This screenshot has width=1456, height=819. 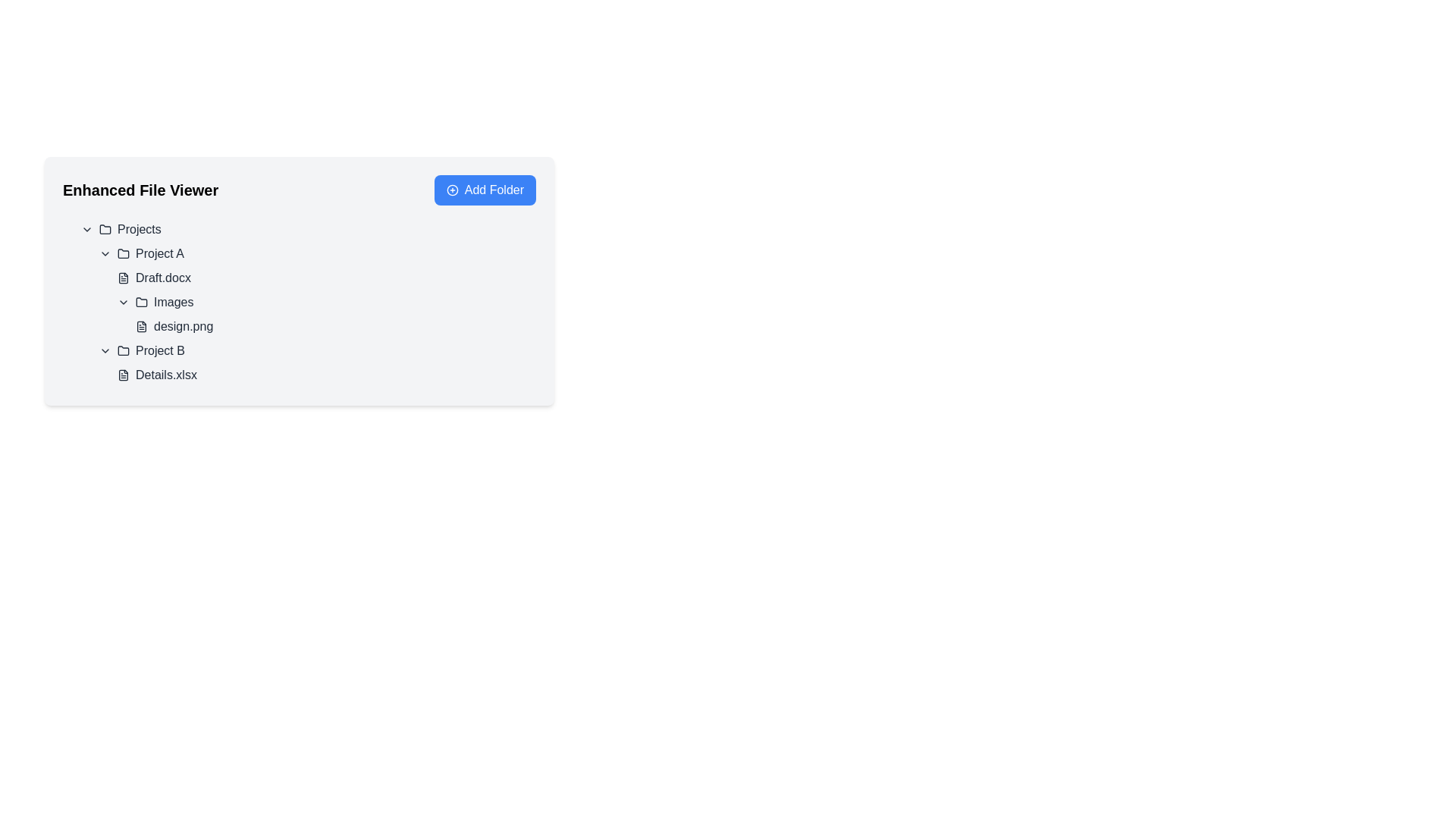 What do you see at coordinates (316, 253) in the screenshot?
I see `the 'Project A' folder entry in the left-side menu of the file viewer interface` at bounding box center [316, 253].